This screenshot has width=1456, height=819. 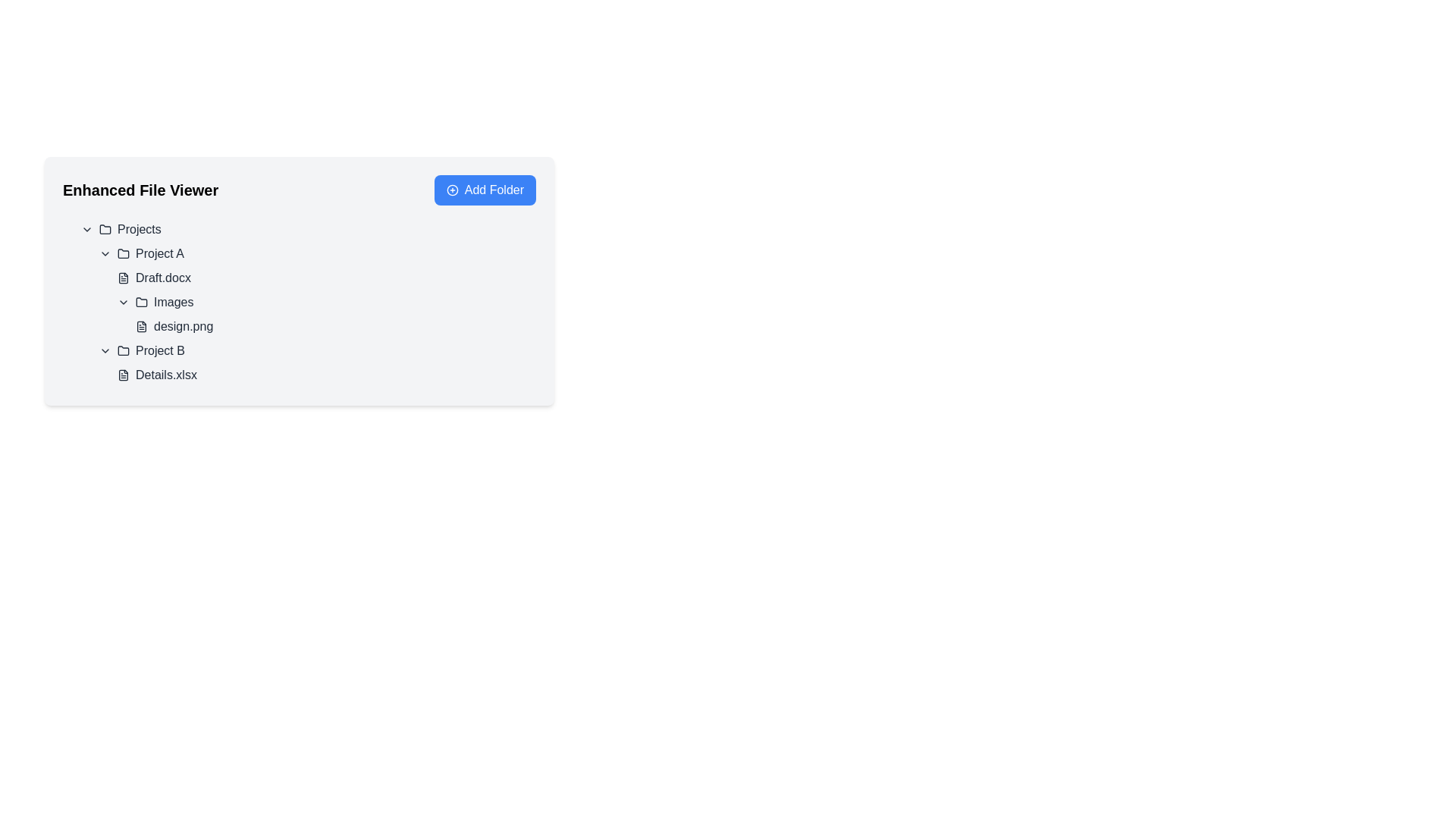 What do you see at coordinates (316, 253) in the screenshot?
I see `the 'Project A' folder entry in the left-side menu of the file viewer interface` at bounding box center [316, 253].